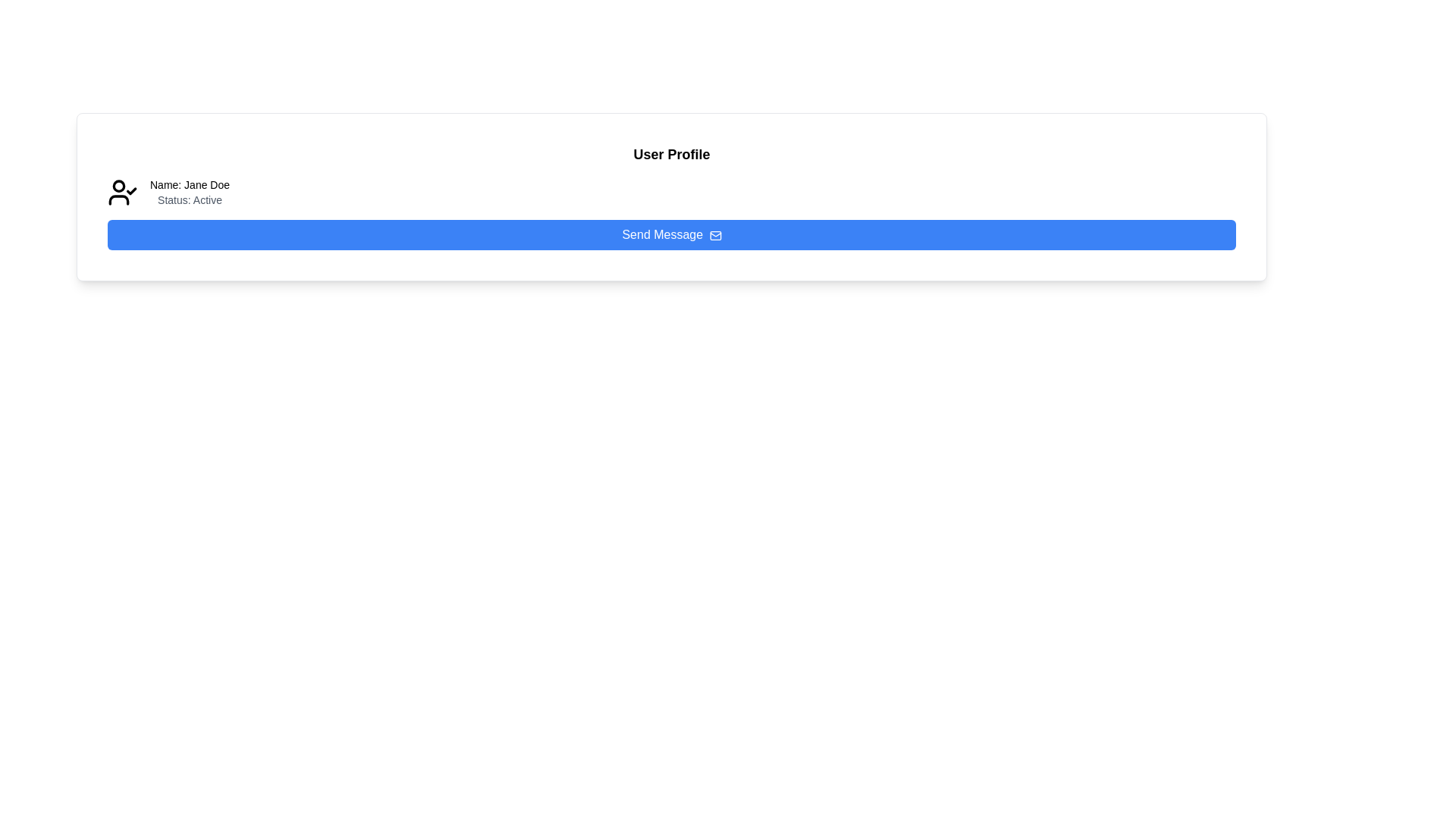 This screenshot has width=1456, height=819. I want to click on the icon that visually complements the 'Send Message' text, positioned slightly to the right of it, so click(714, 235).